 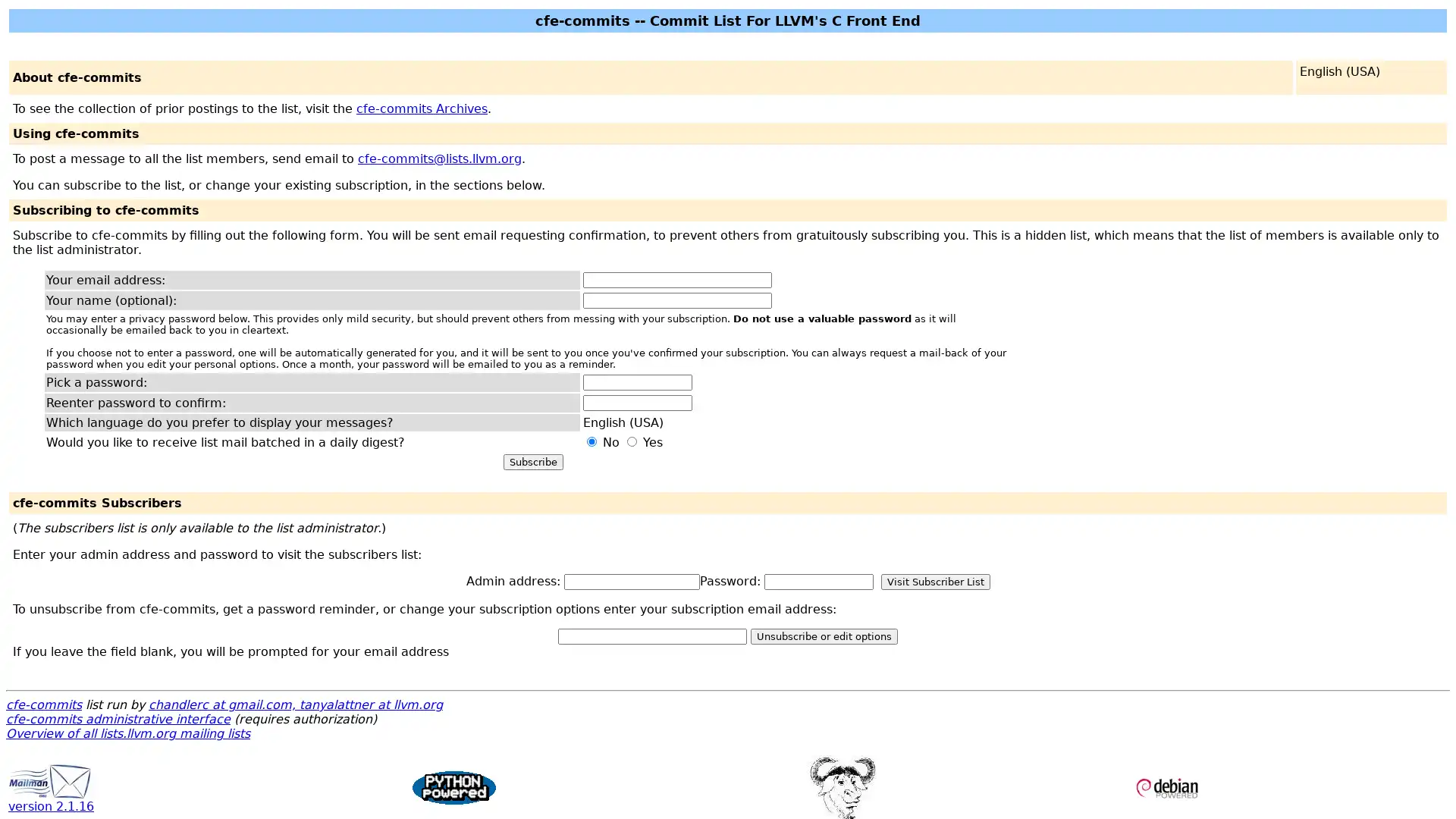 What do you see at coordinates (532, 461) in the screenshot?
I see `Subscribe` at bounding box center [532, 461].